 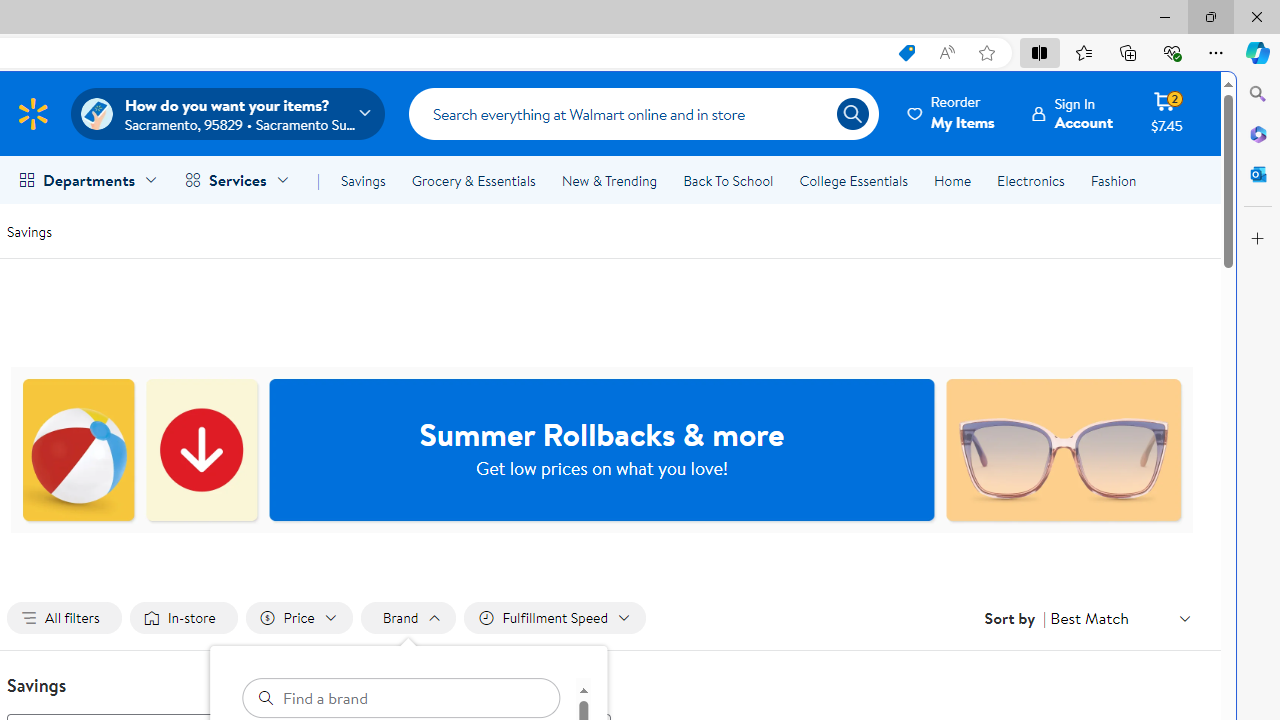 What do you see at coordinates (1121, 617) in the screenshot?
I see `'Sort by Best Match'` at bounding box center [1121, 617].